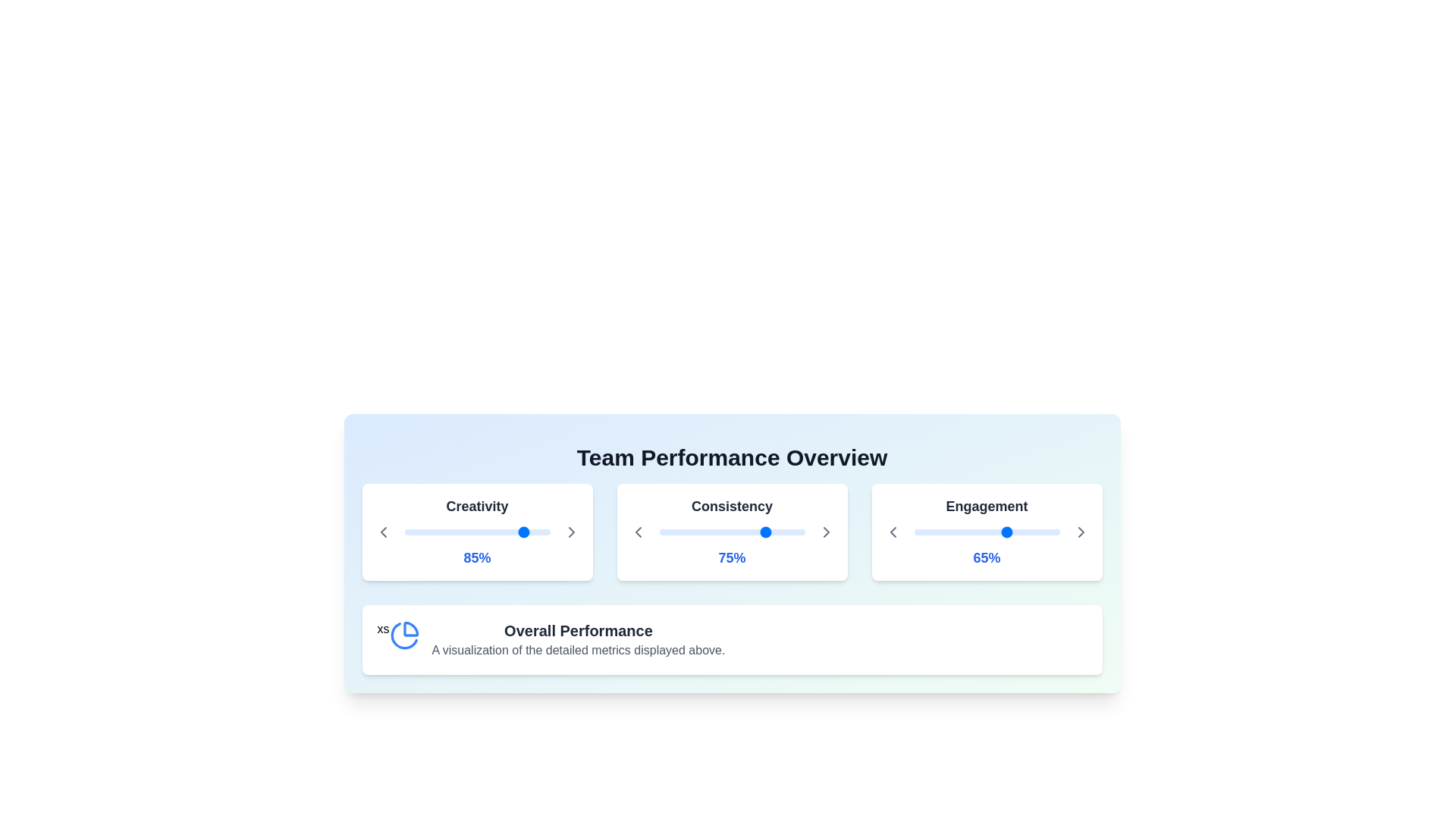  What do you see at coordinates (1031, 532) in the screenshot?
I see `engagement` at bounding box center [1031, 532].